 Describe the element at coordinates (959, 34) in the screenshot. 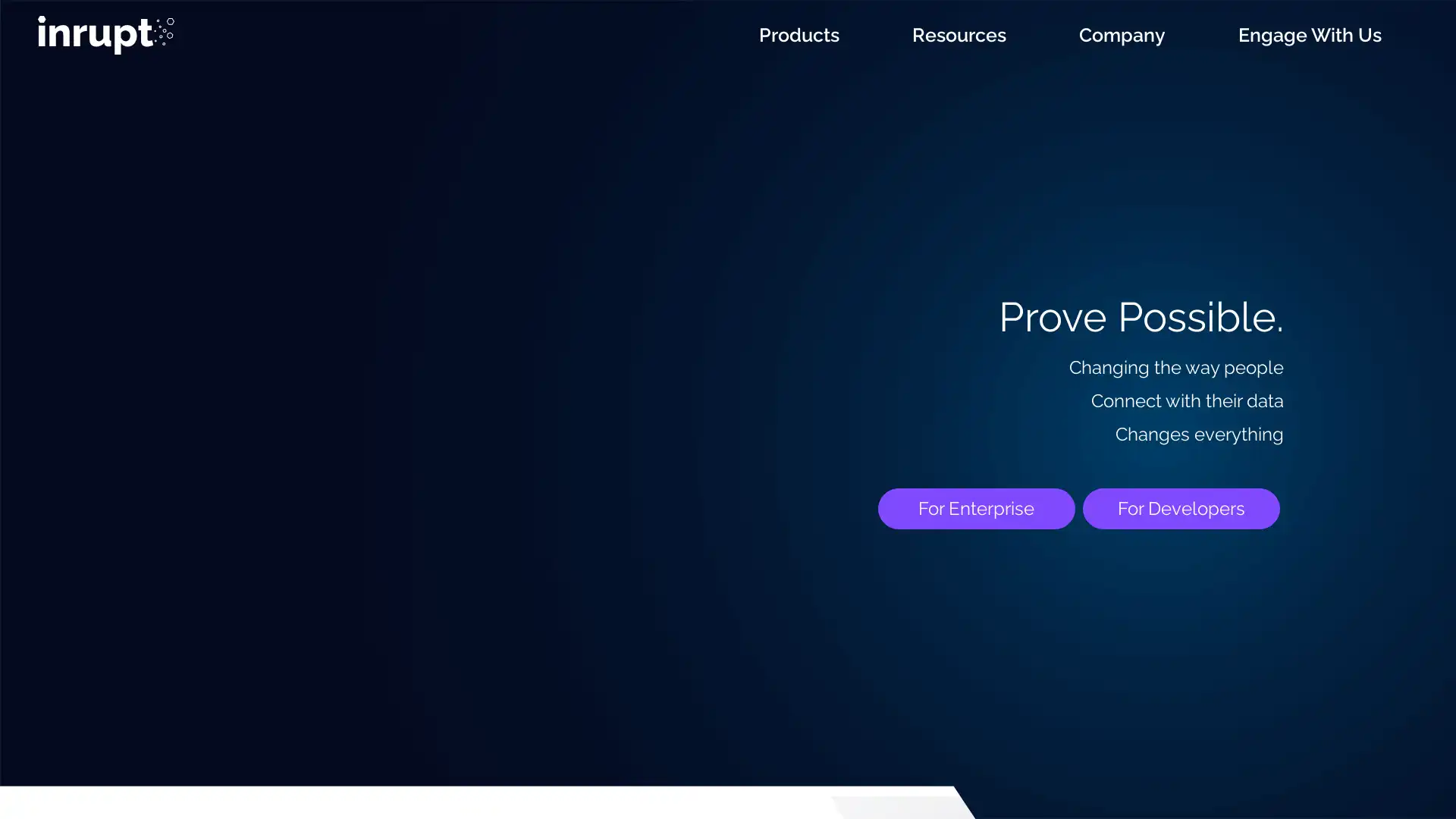

I see `Resources` at that location.